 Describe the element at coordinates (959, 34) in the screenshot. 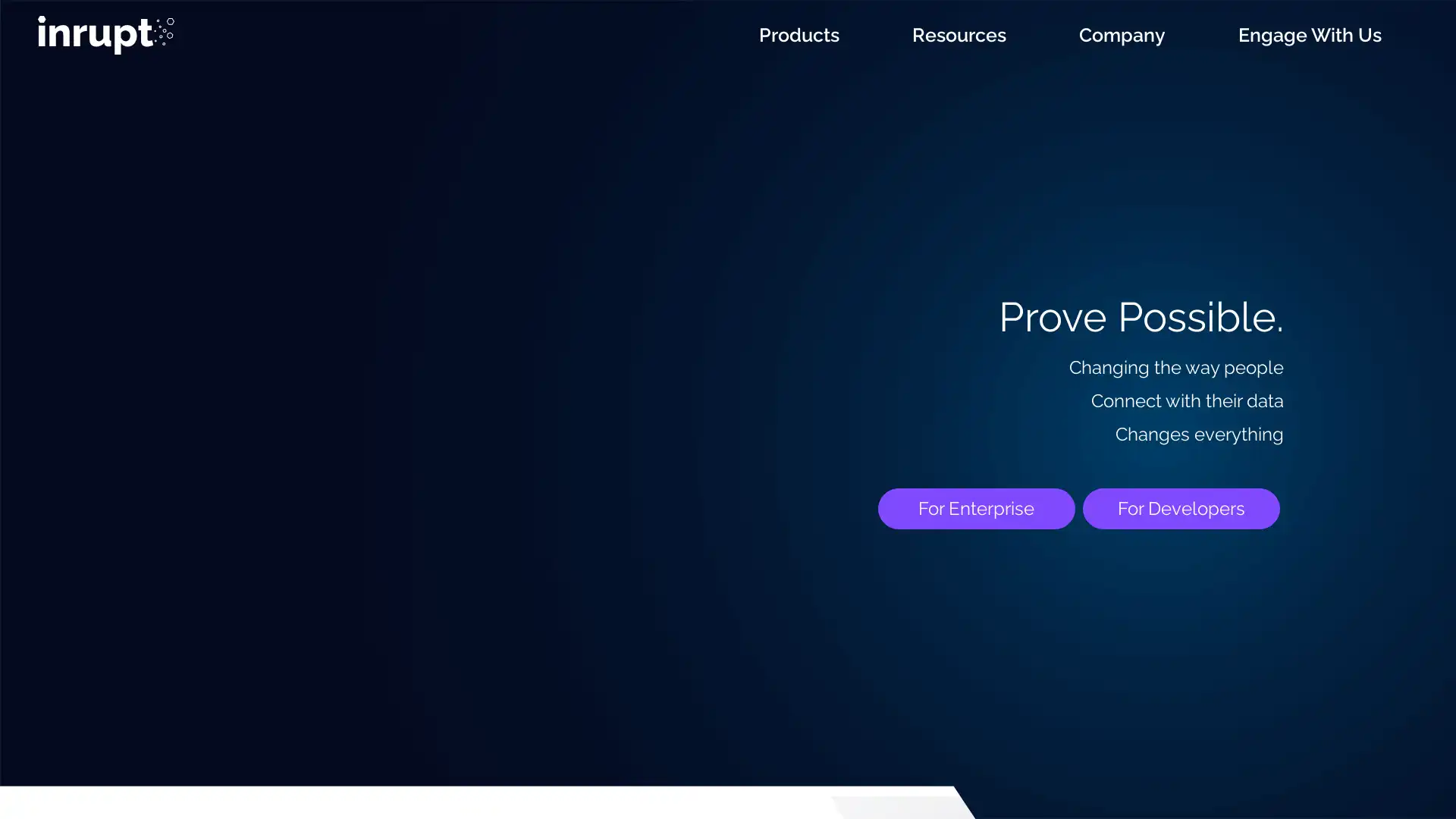

I see `Resources` at that location.